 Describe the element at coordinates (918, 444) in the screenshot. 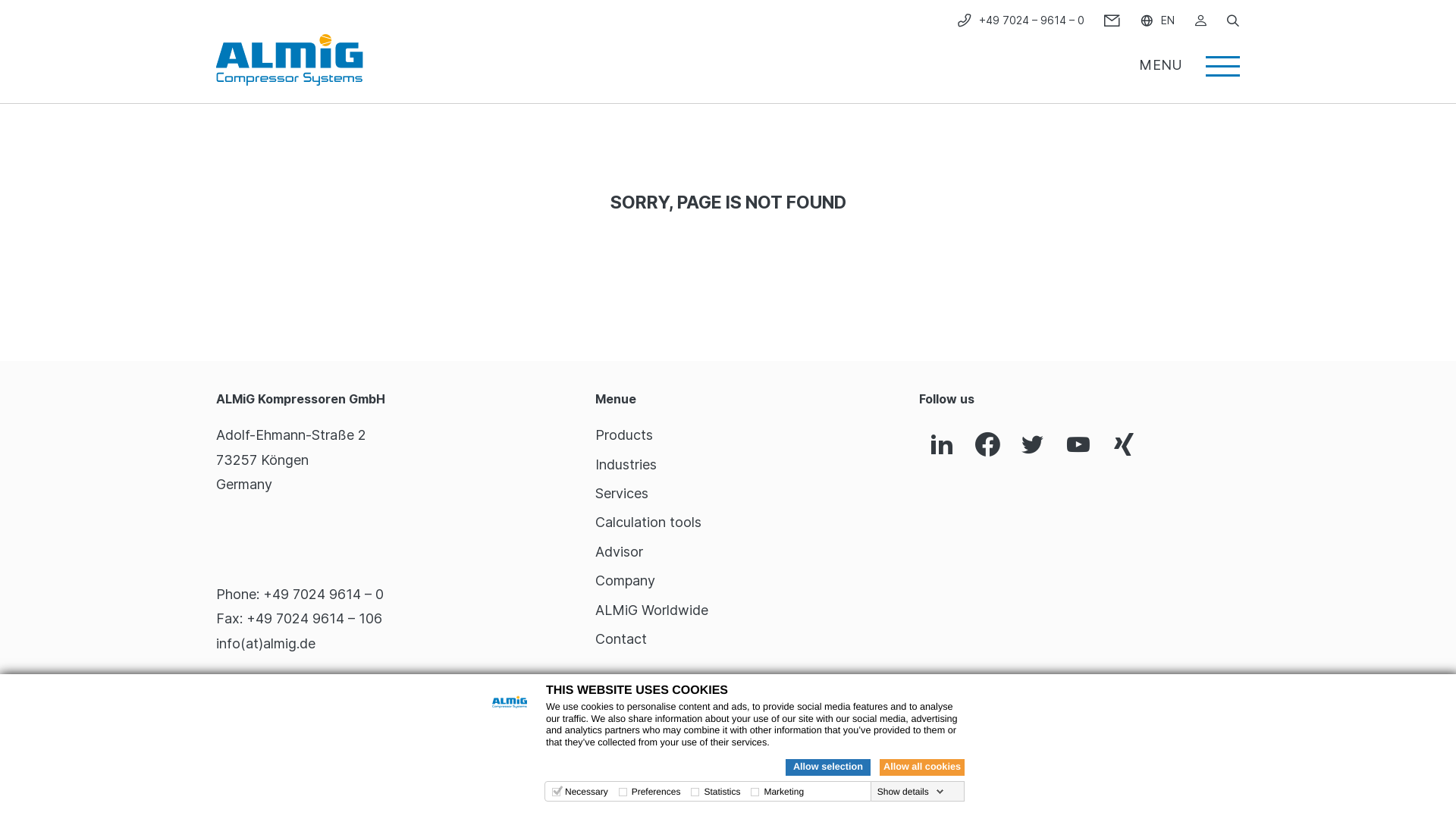

I see `'Linkedin'` at that location.